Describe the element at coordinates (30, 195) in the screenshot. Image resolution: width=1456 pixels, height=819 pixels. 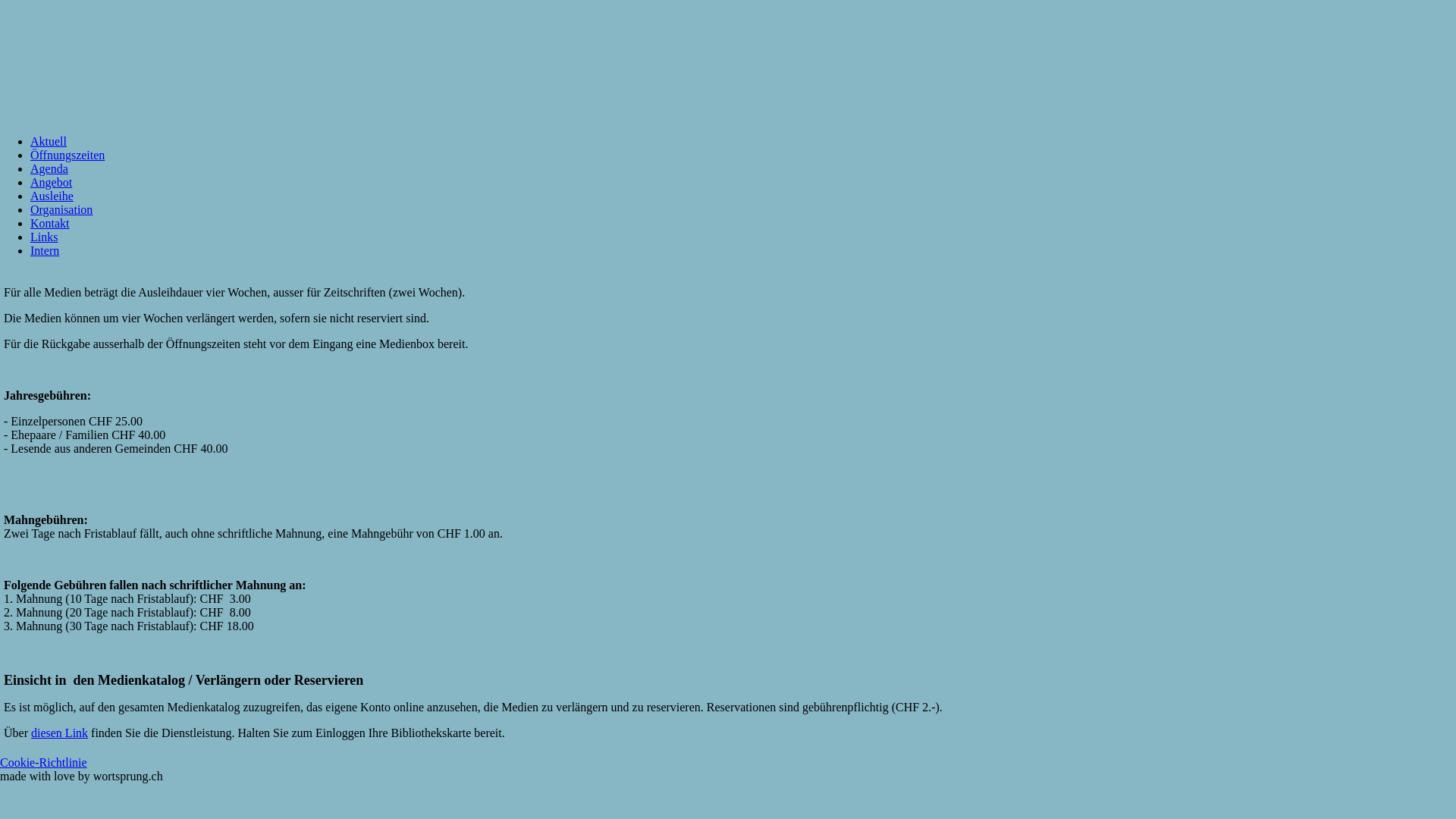
I see `'Ausleihe'` at that location.